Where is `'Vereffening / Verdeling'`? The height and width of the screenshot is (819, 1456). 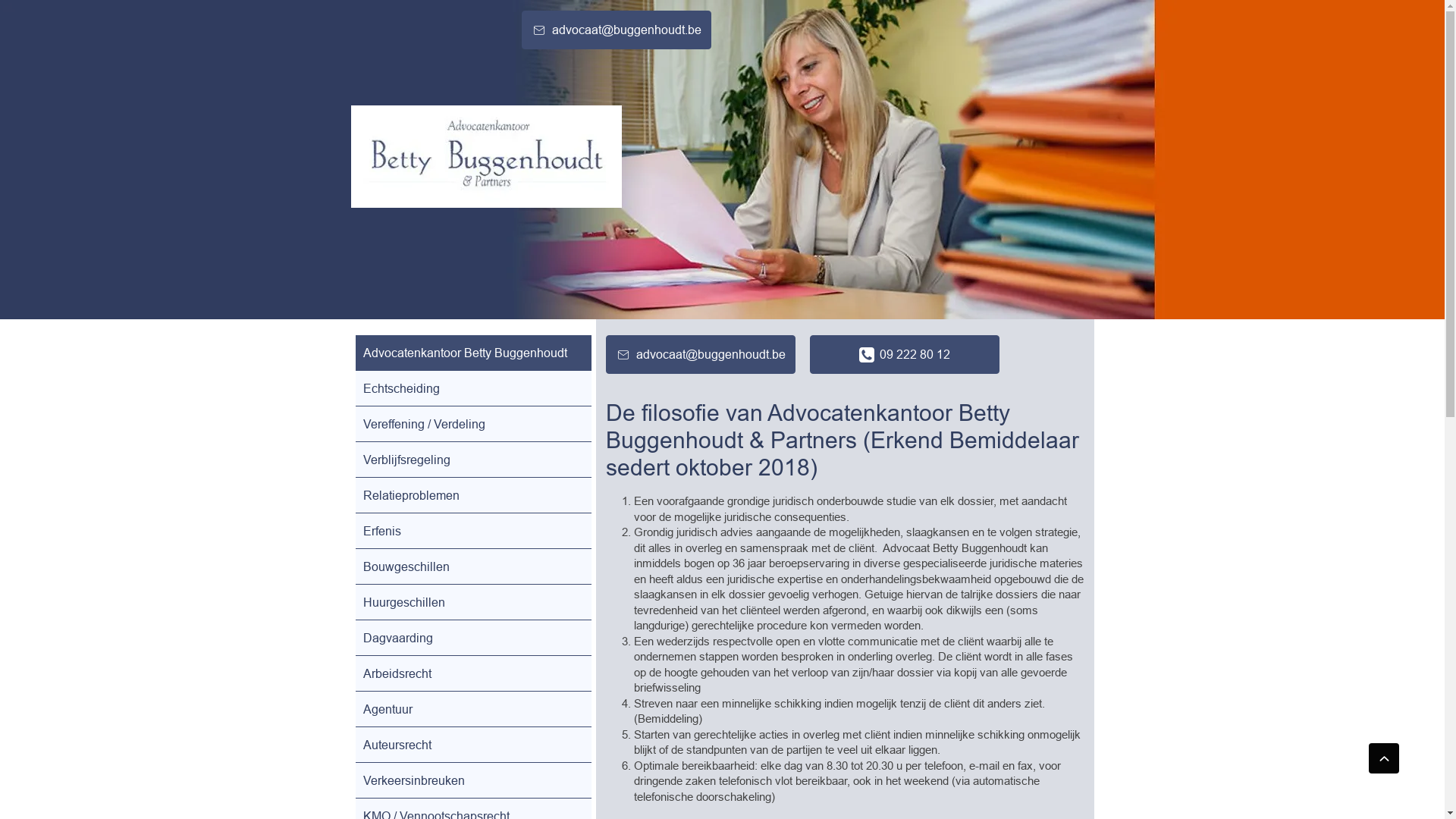
'Vereffening / Verdeling' is located at coordinates (472, 424).